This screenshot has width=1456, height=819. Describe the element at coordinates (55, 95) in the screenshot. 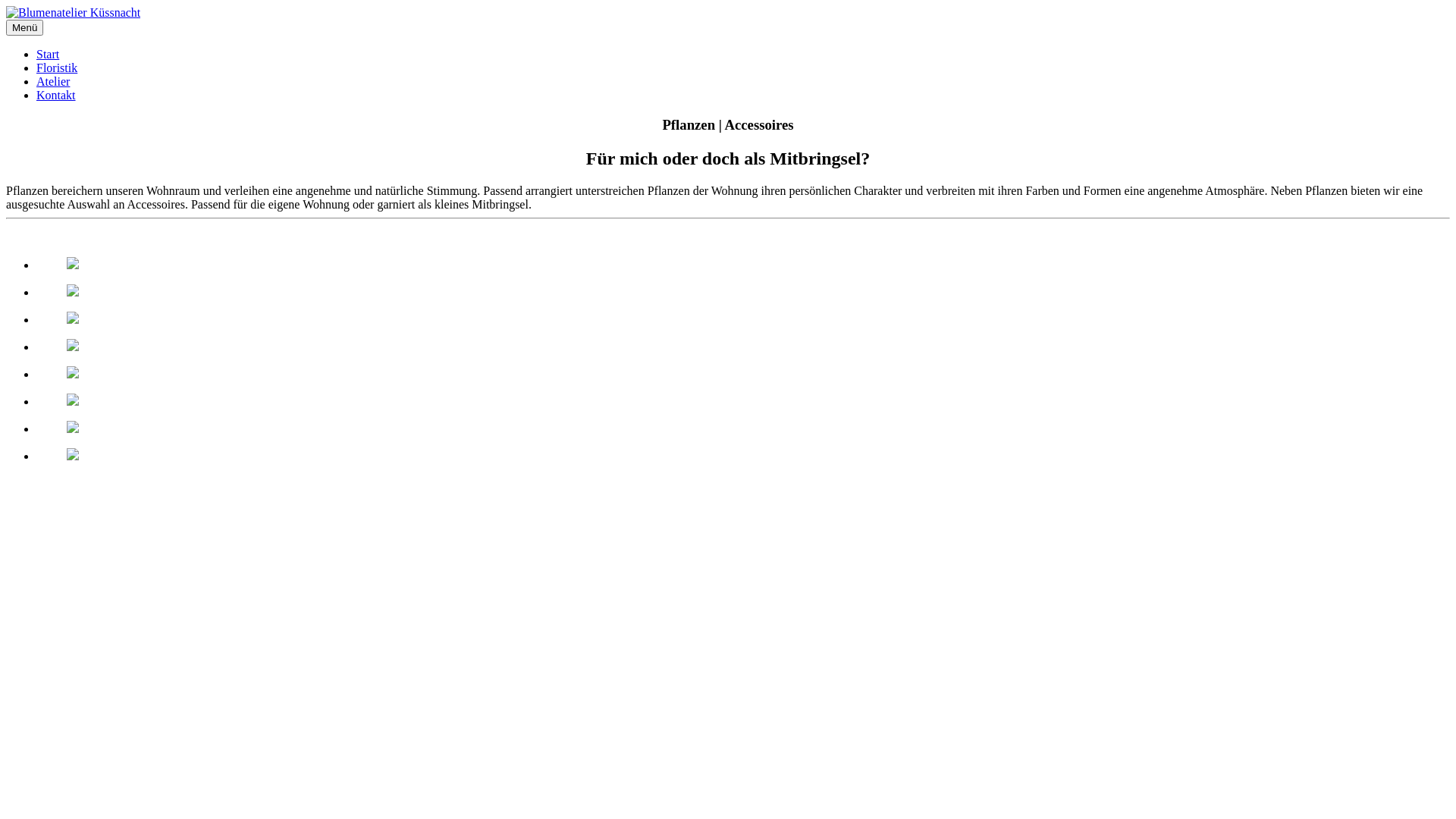

I see `'Kontakt'` at that location.